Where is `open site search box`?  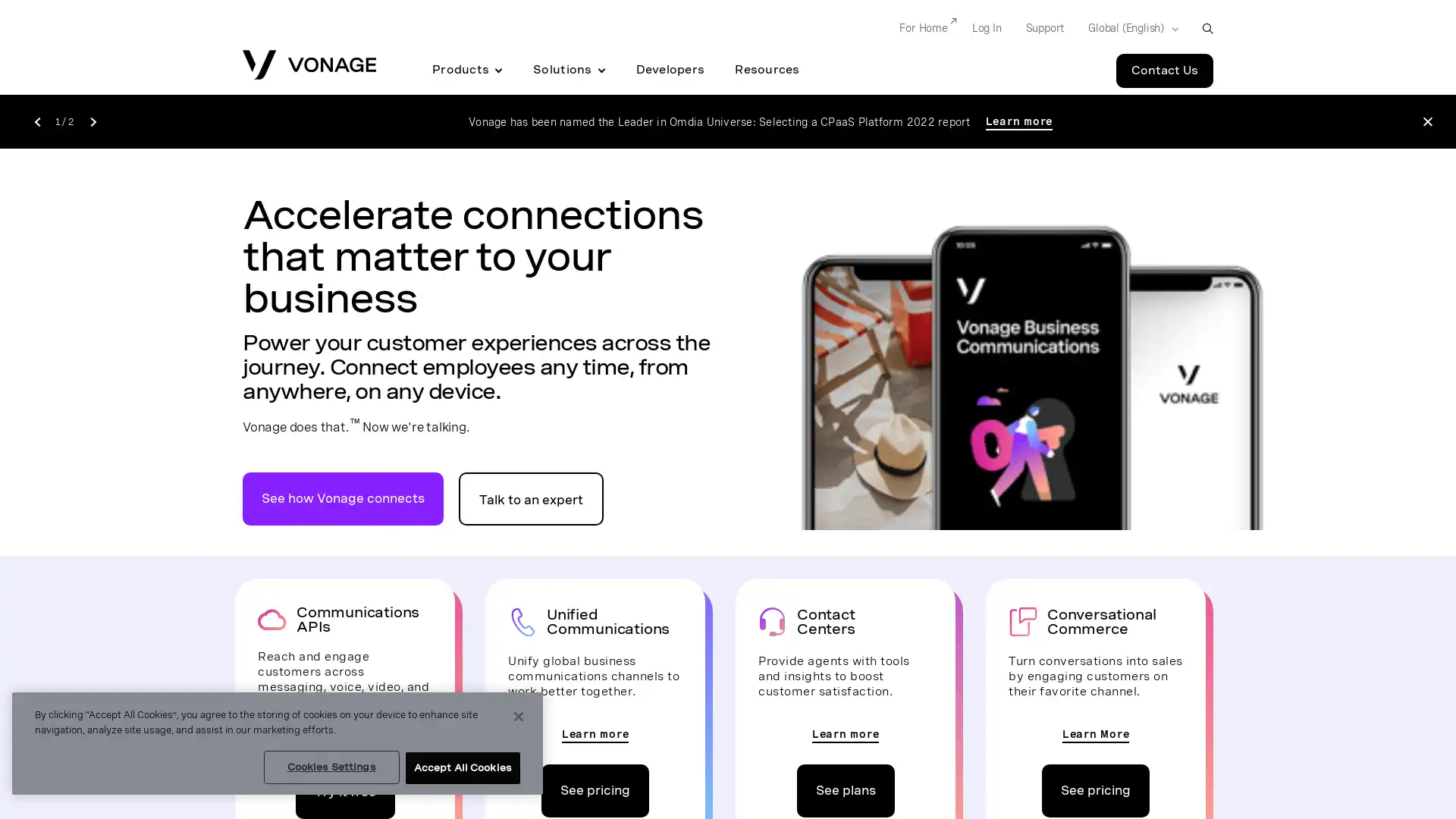
open site search box is located at coordinates (1207, 28).